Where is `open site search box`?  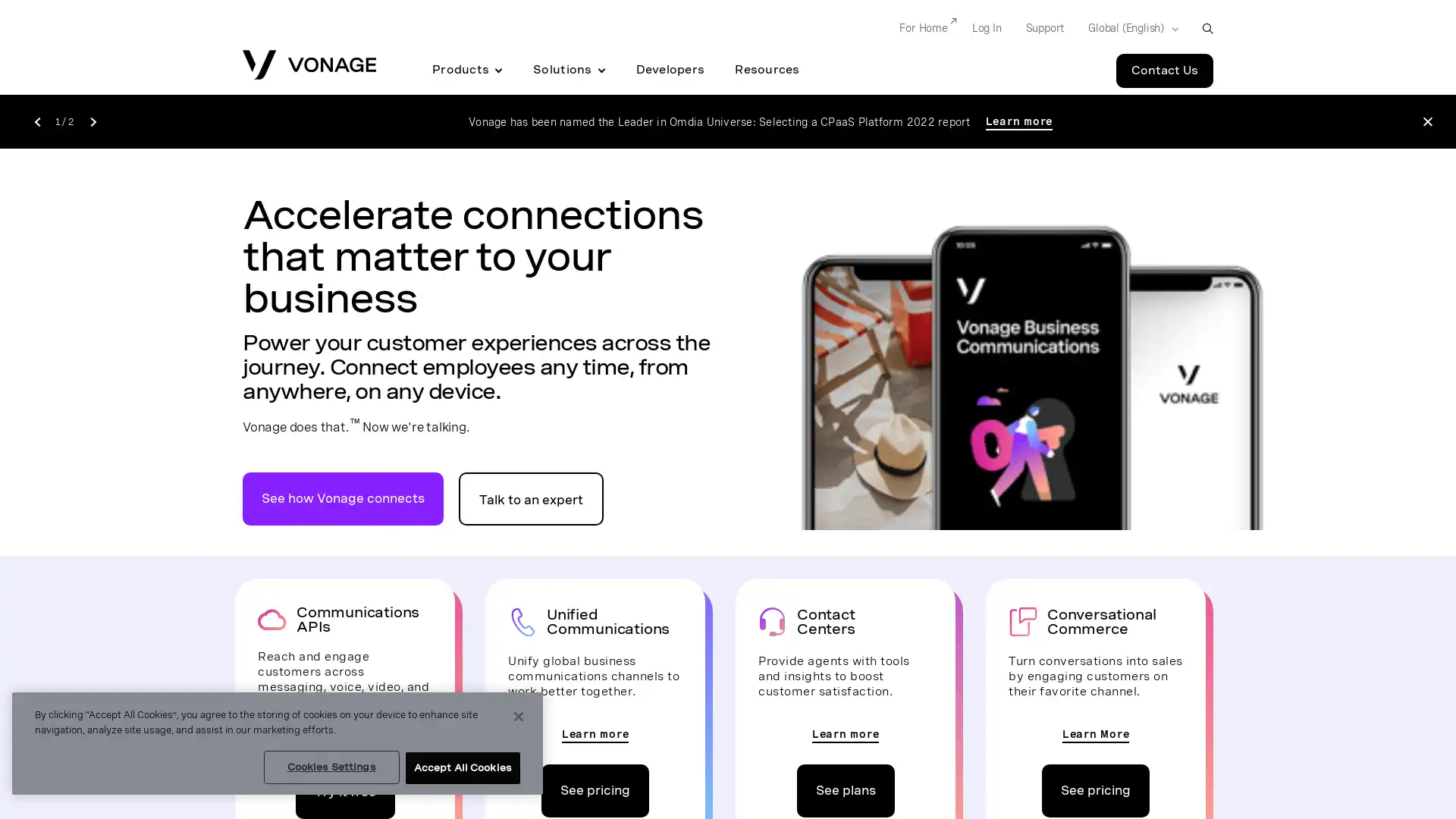
open site search box is located at coordinates (1207, 28).